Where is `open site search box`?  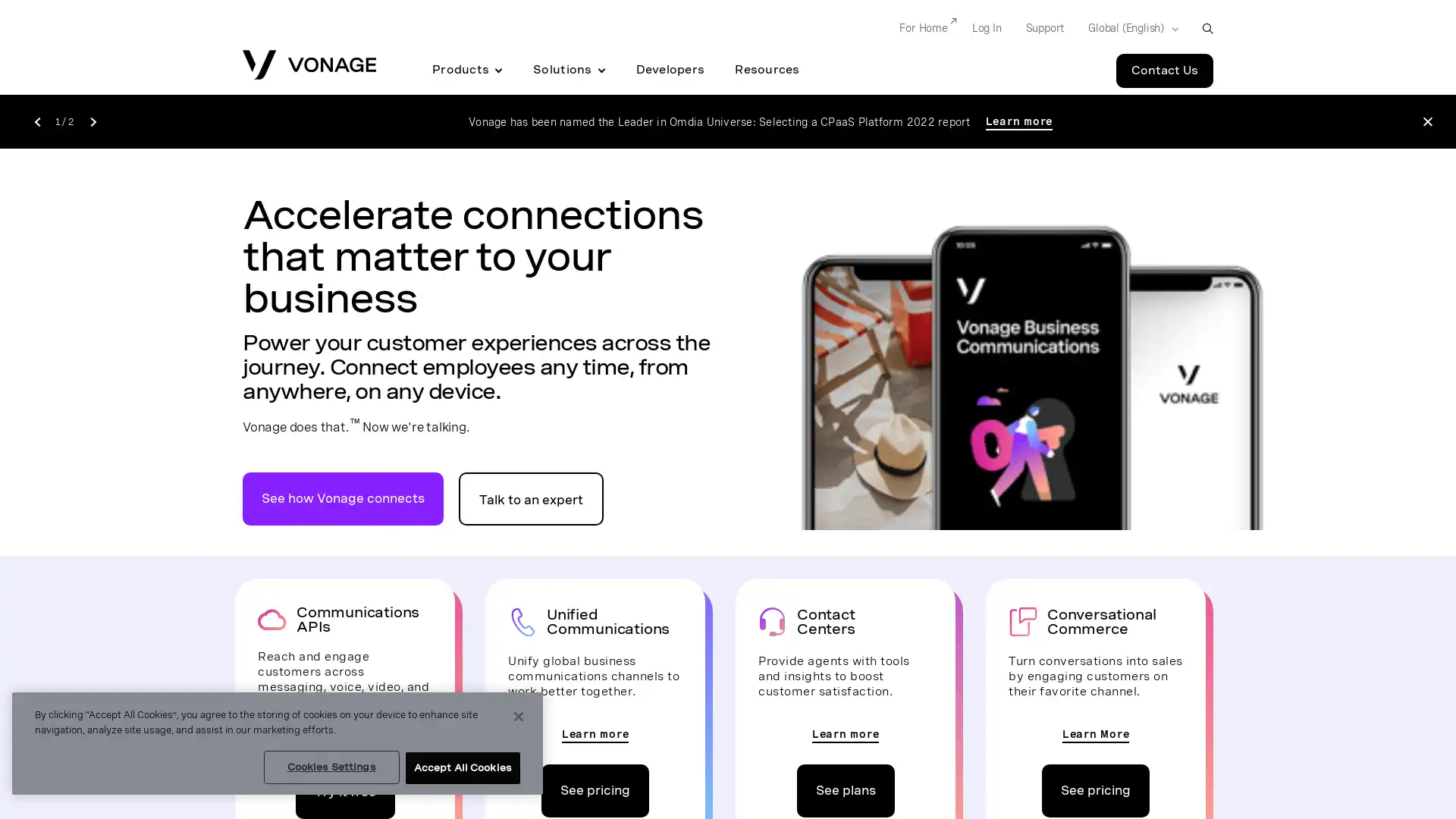
open site search box is located at coordinates (1207, 28).